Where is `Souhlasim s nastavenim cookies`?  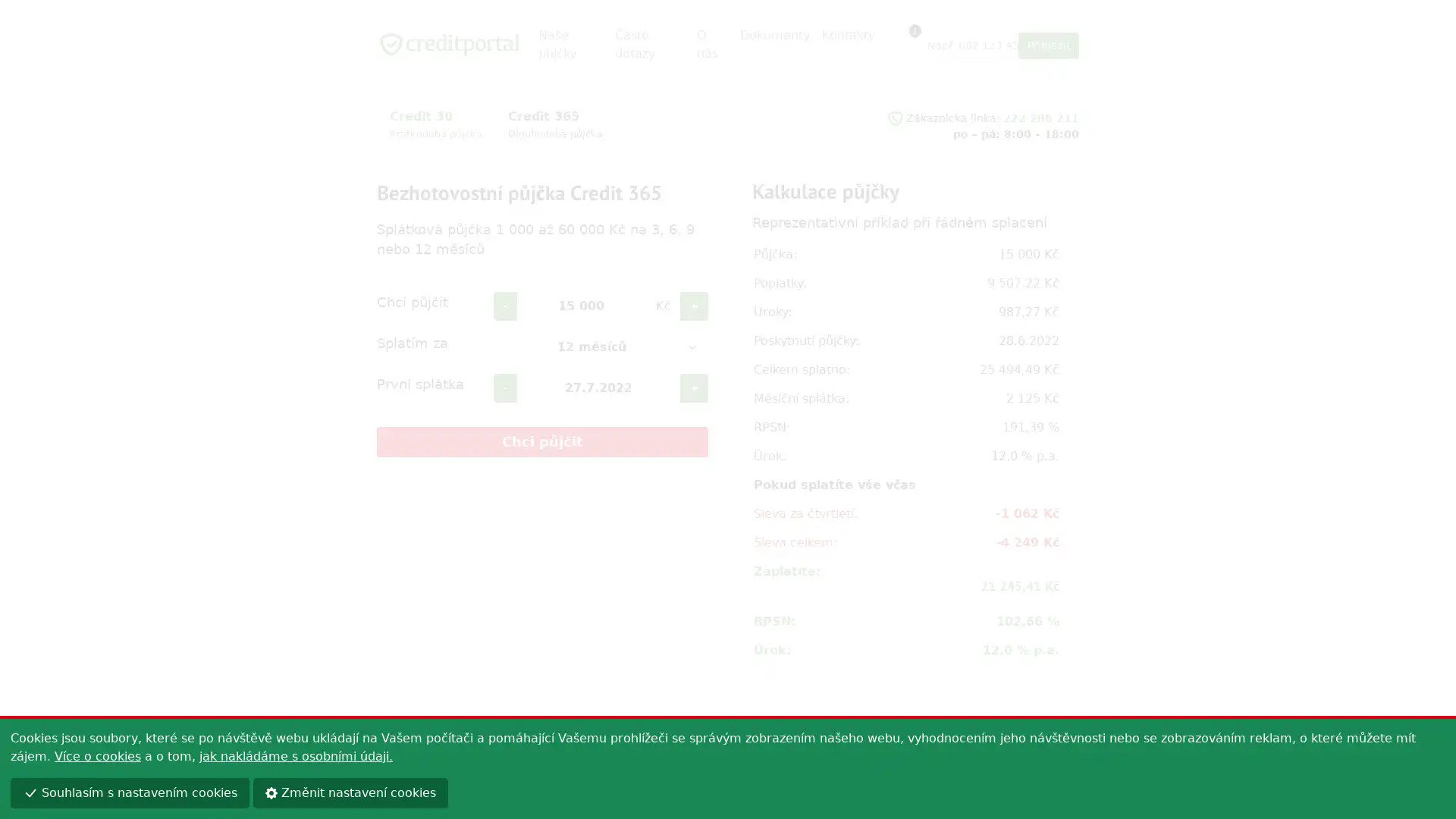
Souhlasim s nastavenim cookies is located at coordinates (130, 792).